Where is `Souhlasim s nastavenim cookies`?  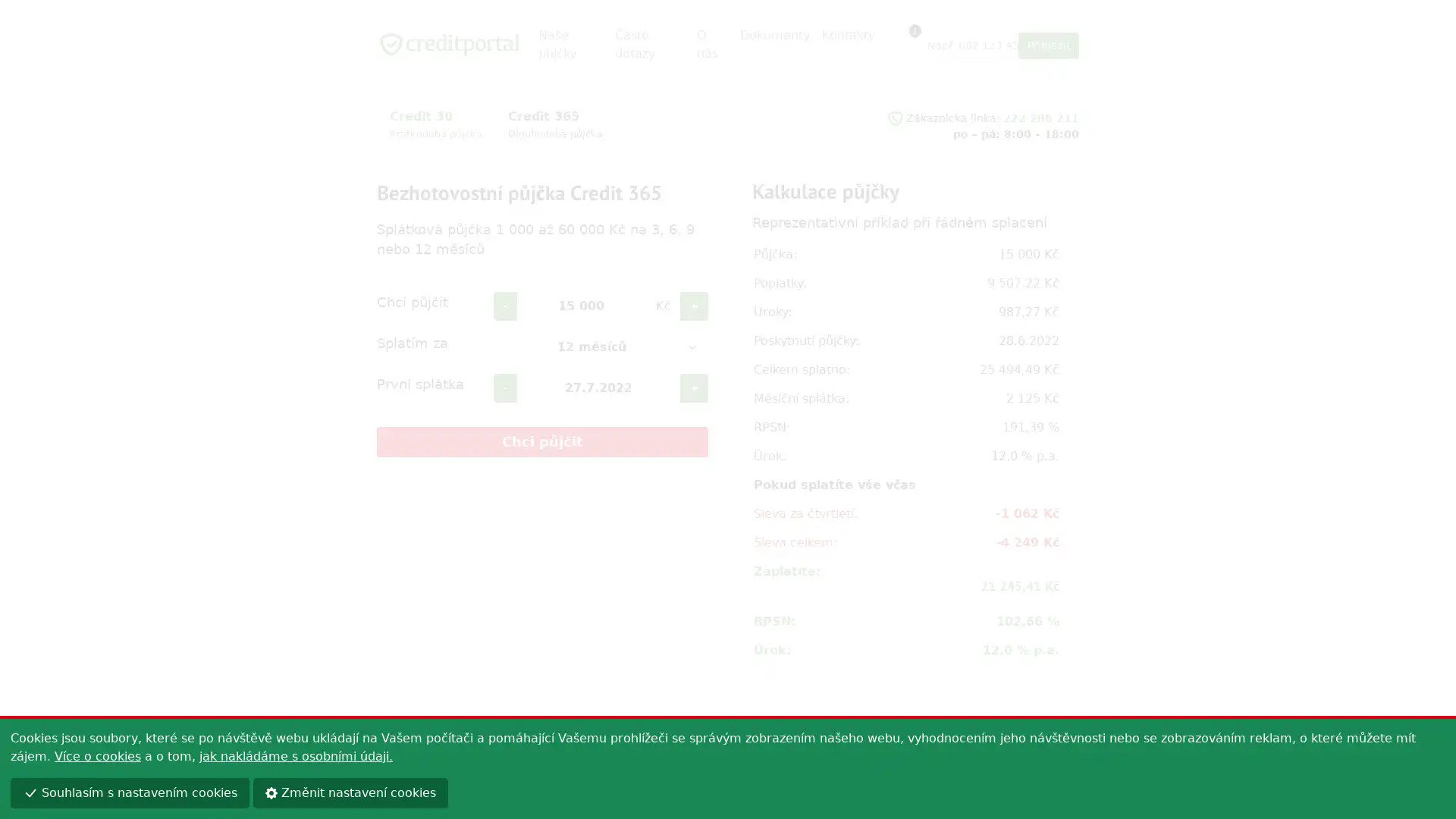
Souhlasim s nastavenim cookies is located at coordinates (130, 792).